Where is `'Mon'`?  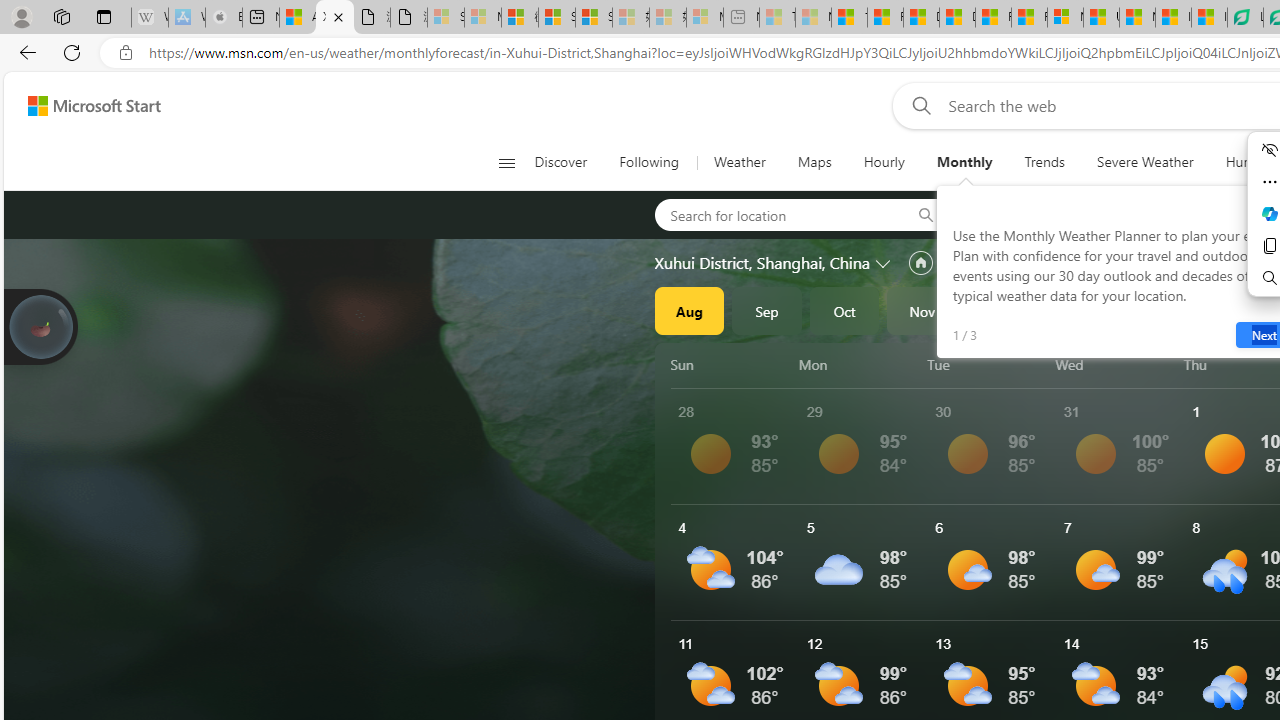
'Mon' is located at coordinates (859, 364).